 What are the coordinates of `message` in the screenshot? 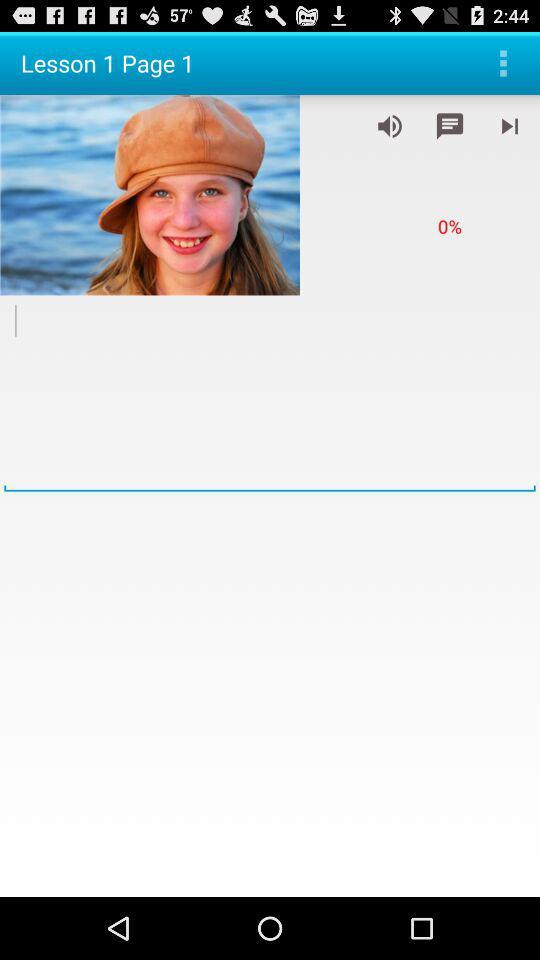 It's located at (449, 125).